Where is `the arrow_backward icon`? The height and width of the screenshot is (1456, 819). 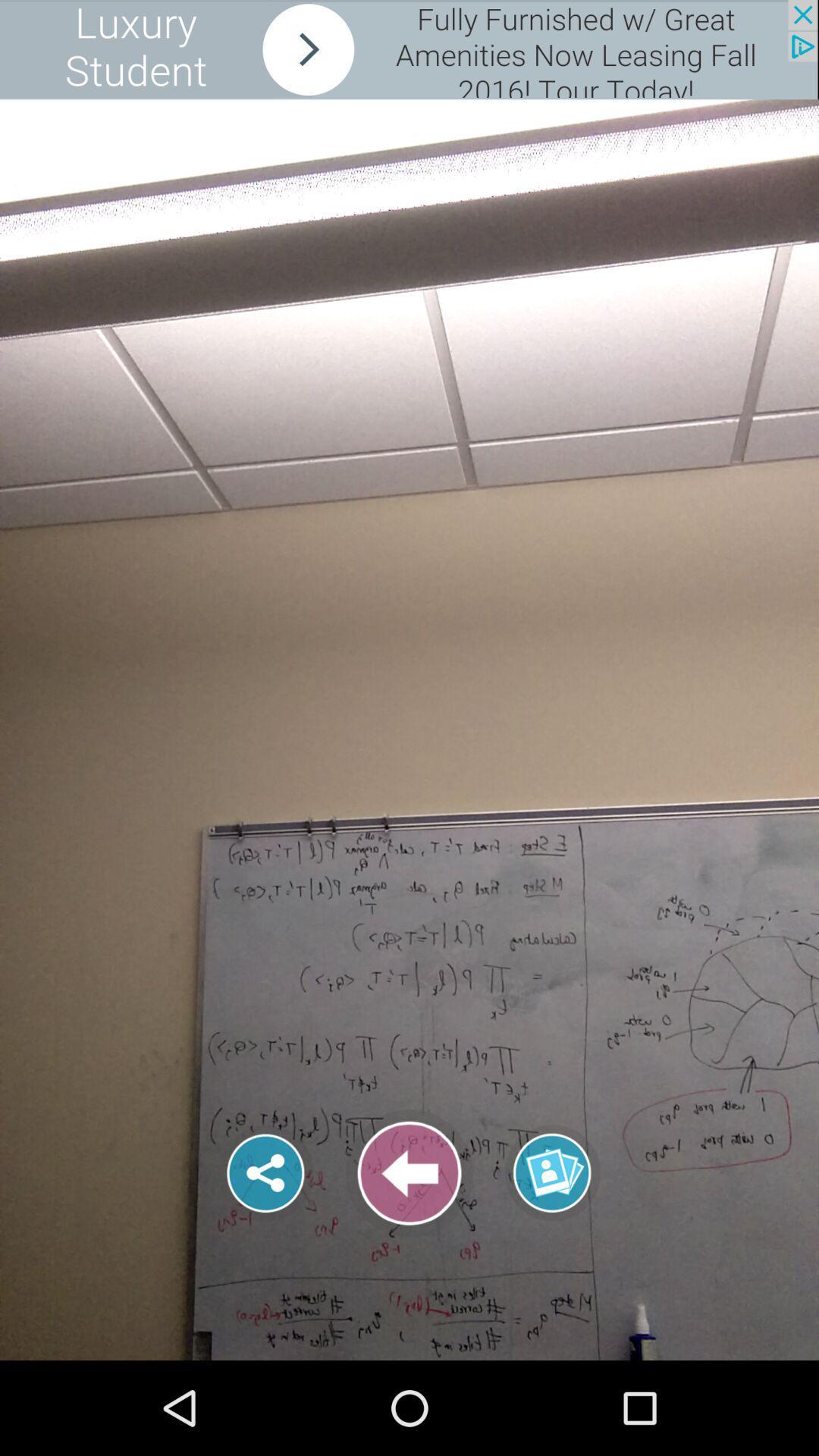
the arrow_backward icon is located at coordinates (409, 1172).